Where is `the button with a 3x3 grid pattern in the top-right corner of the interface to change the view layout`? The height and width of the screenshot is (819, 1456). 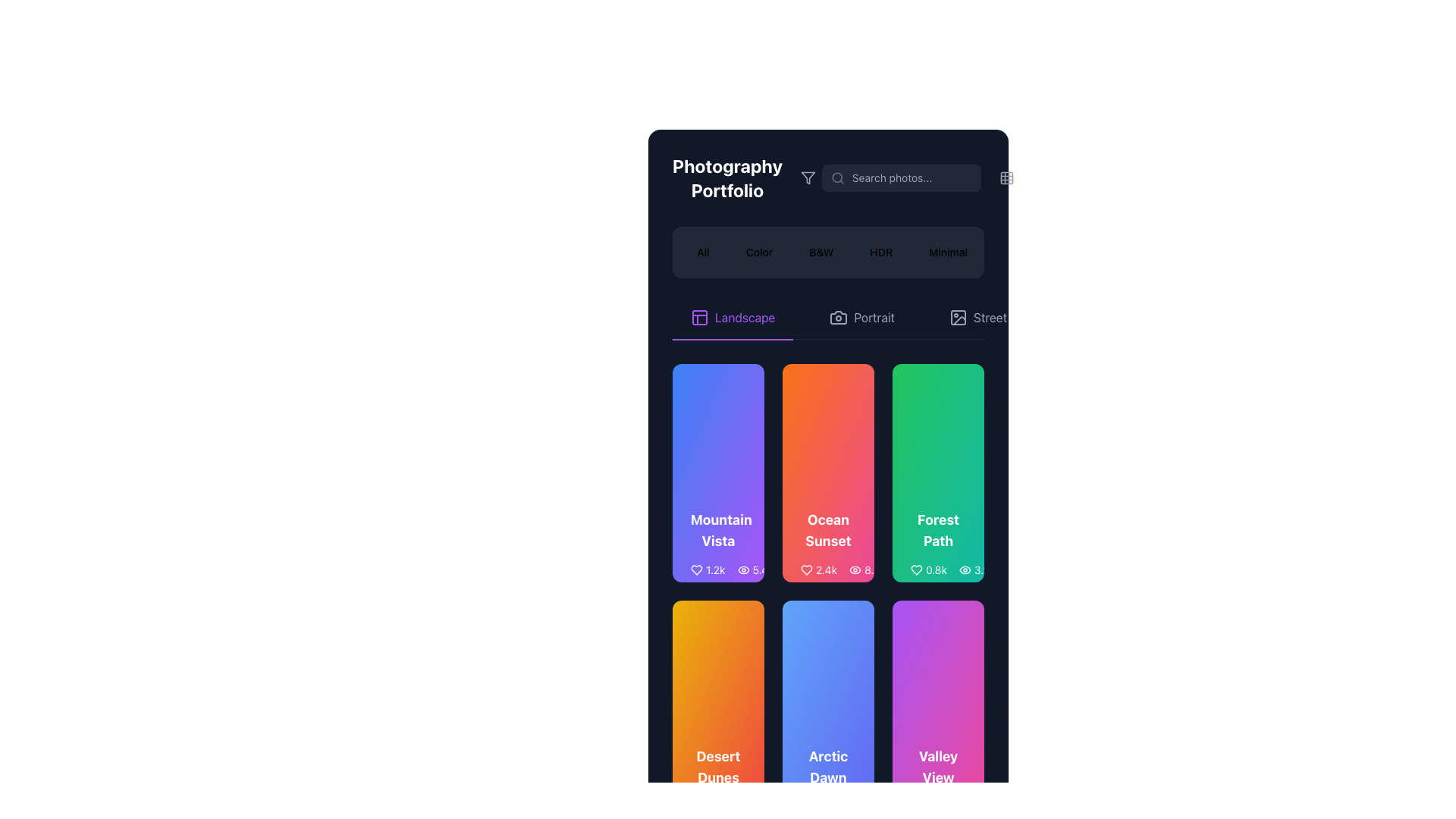
the button with a 3x3 grid pattern in the top-right corner of the interface to change the view layout is located at coordinates (1006, 177).